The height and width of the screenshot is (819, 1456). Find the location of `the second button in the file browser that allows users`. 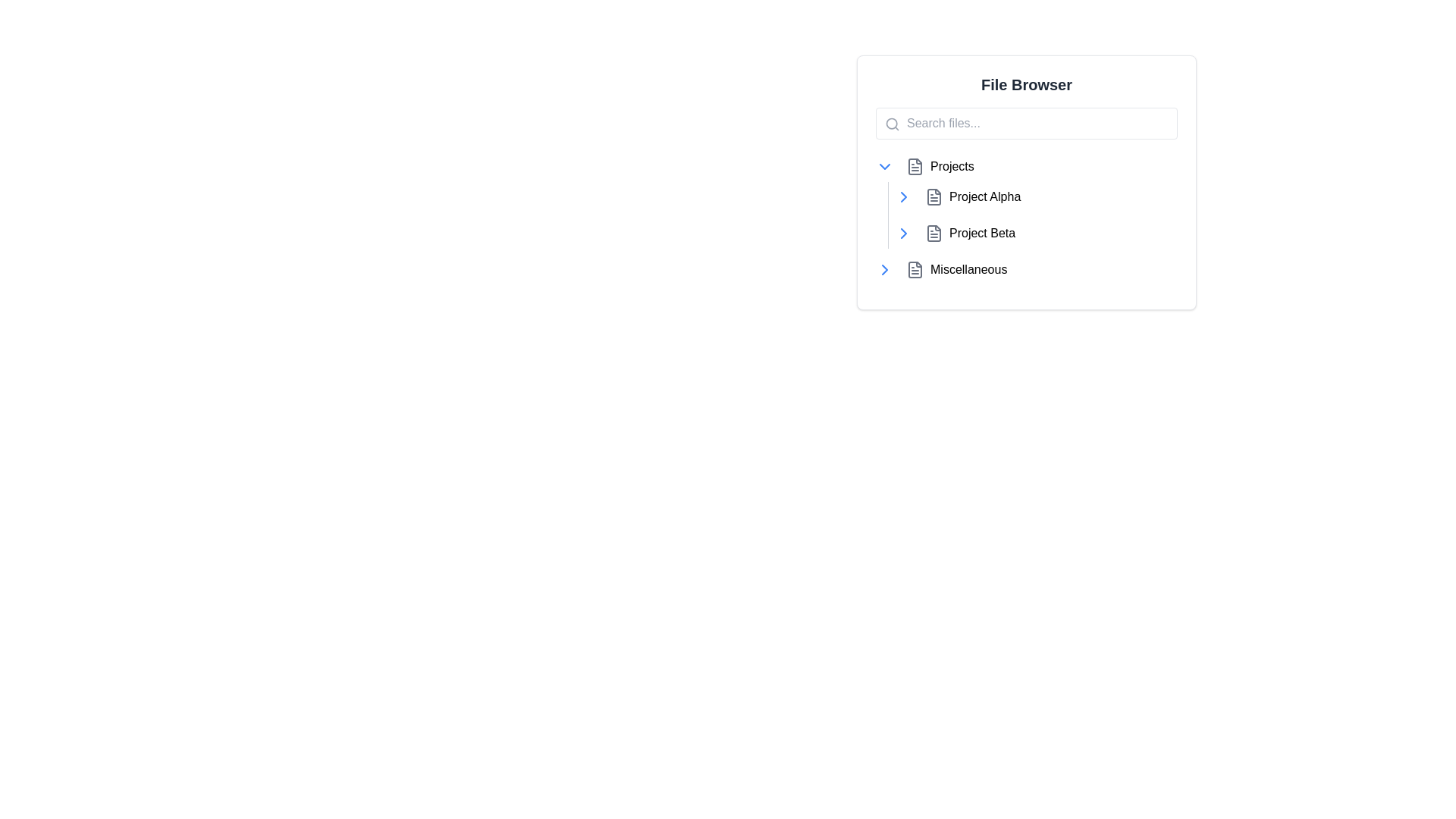

the second button in the file browser that allows users is located at coordinates (968, 234).